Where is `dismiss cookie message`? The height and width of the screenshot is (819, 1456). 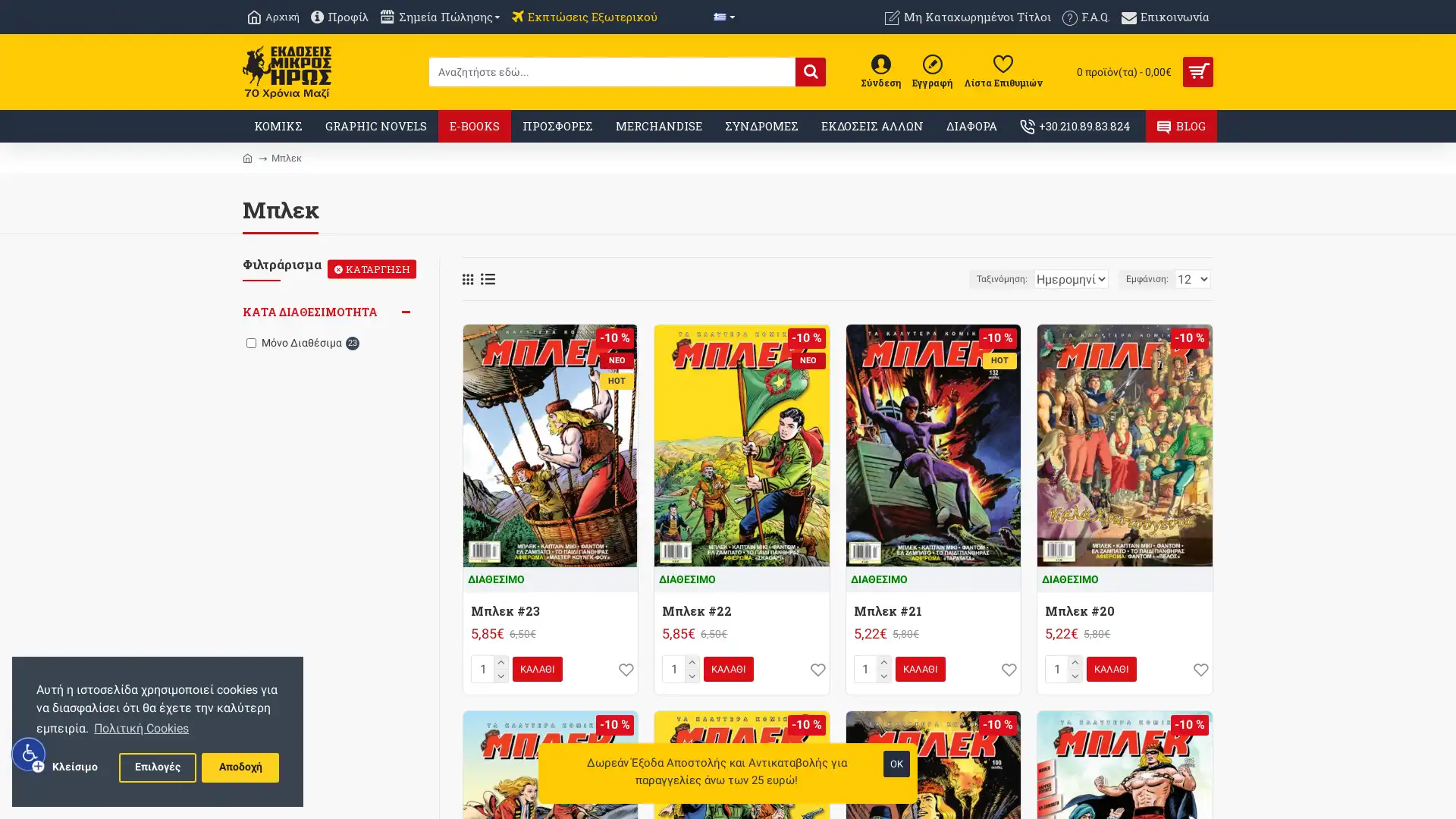
dismiss cookie message is located at coordinates (74, 767).